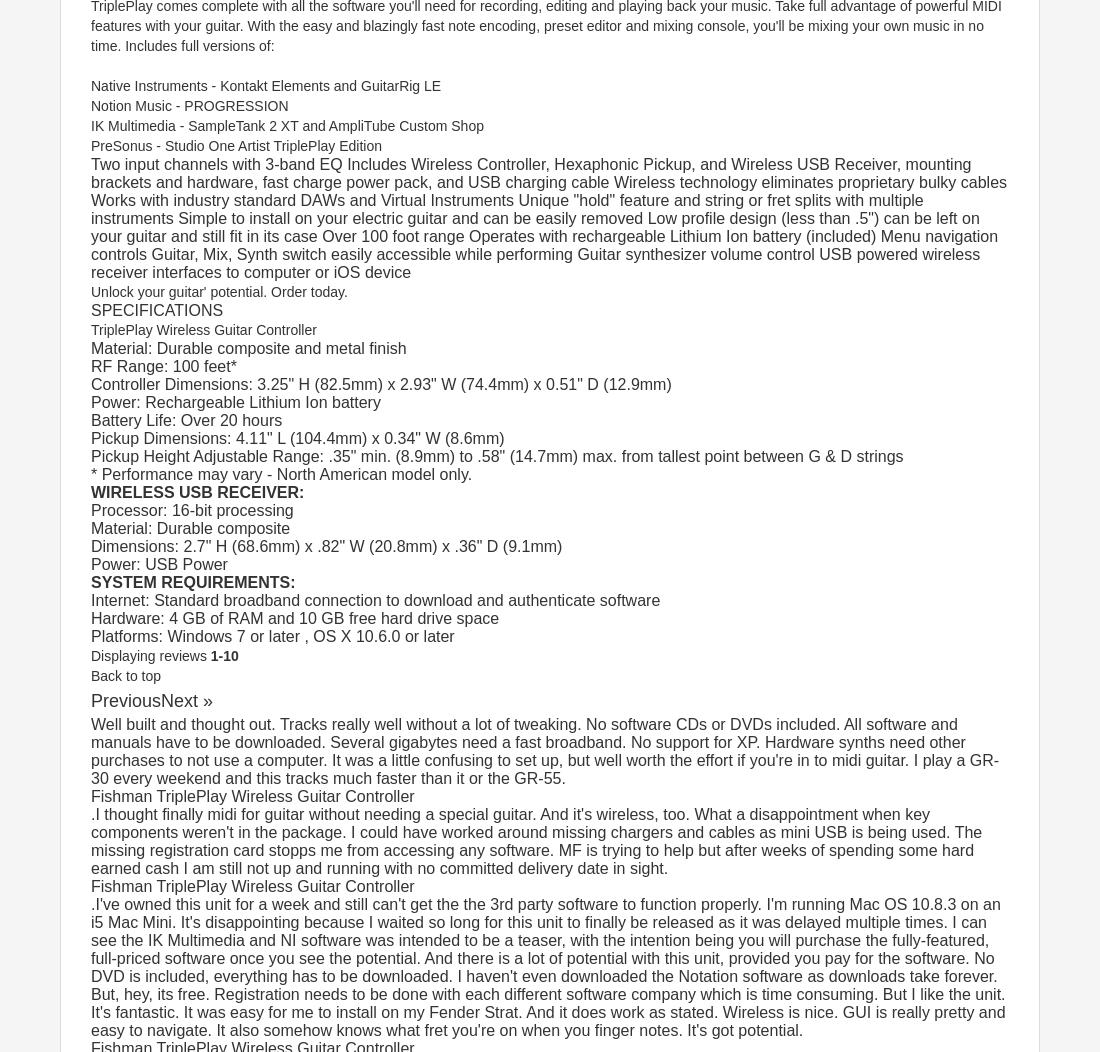 This screenshot has width=1100, height=1052. What do you see at coordinates (280, 474) in the screenshot?
I see `'* Performance may vary - North American model only.'` at bounding box center [280, 474].